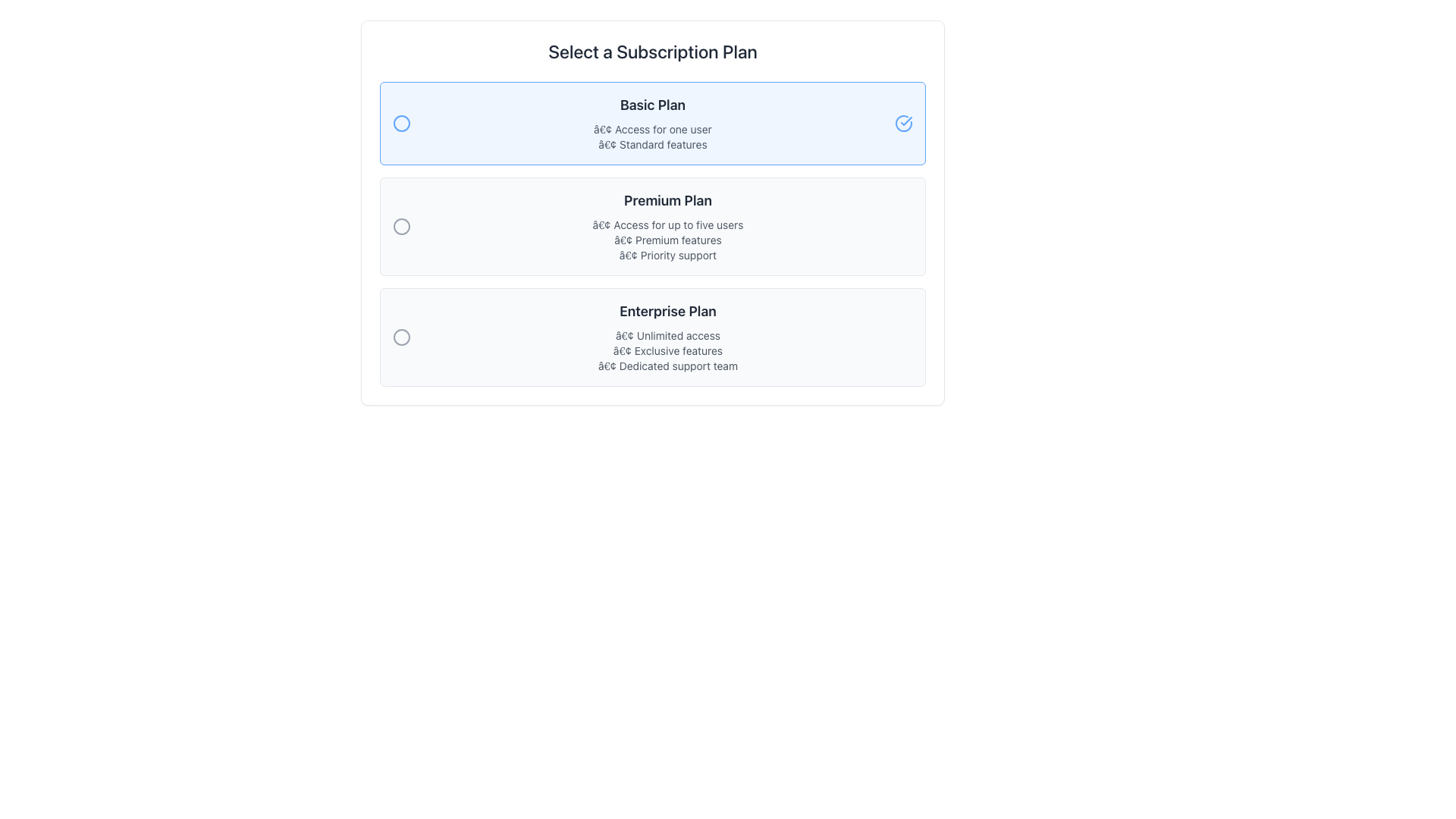 Image resolution: width=1456 pixels, height=819 pixels. I want to click on the second subscription plan option in the grid layout, so click(652, 234).